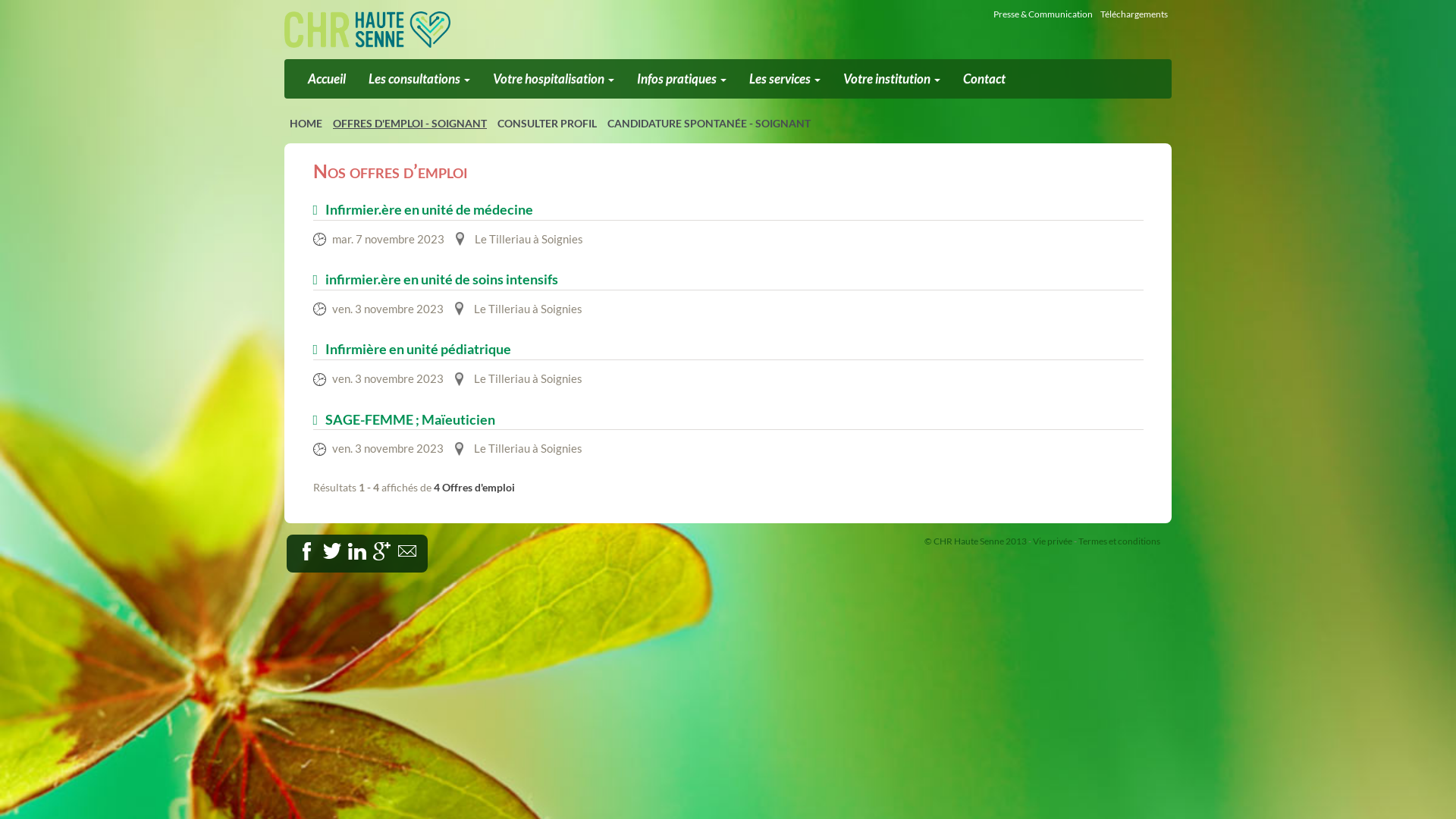 Image resolution: width=1456 pixels, height=819 pixels. Describe the element at coordinates (1119, 540) in the screenshot. I see `'Termes et conditions'` at that location.